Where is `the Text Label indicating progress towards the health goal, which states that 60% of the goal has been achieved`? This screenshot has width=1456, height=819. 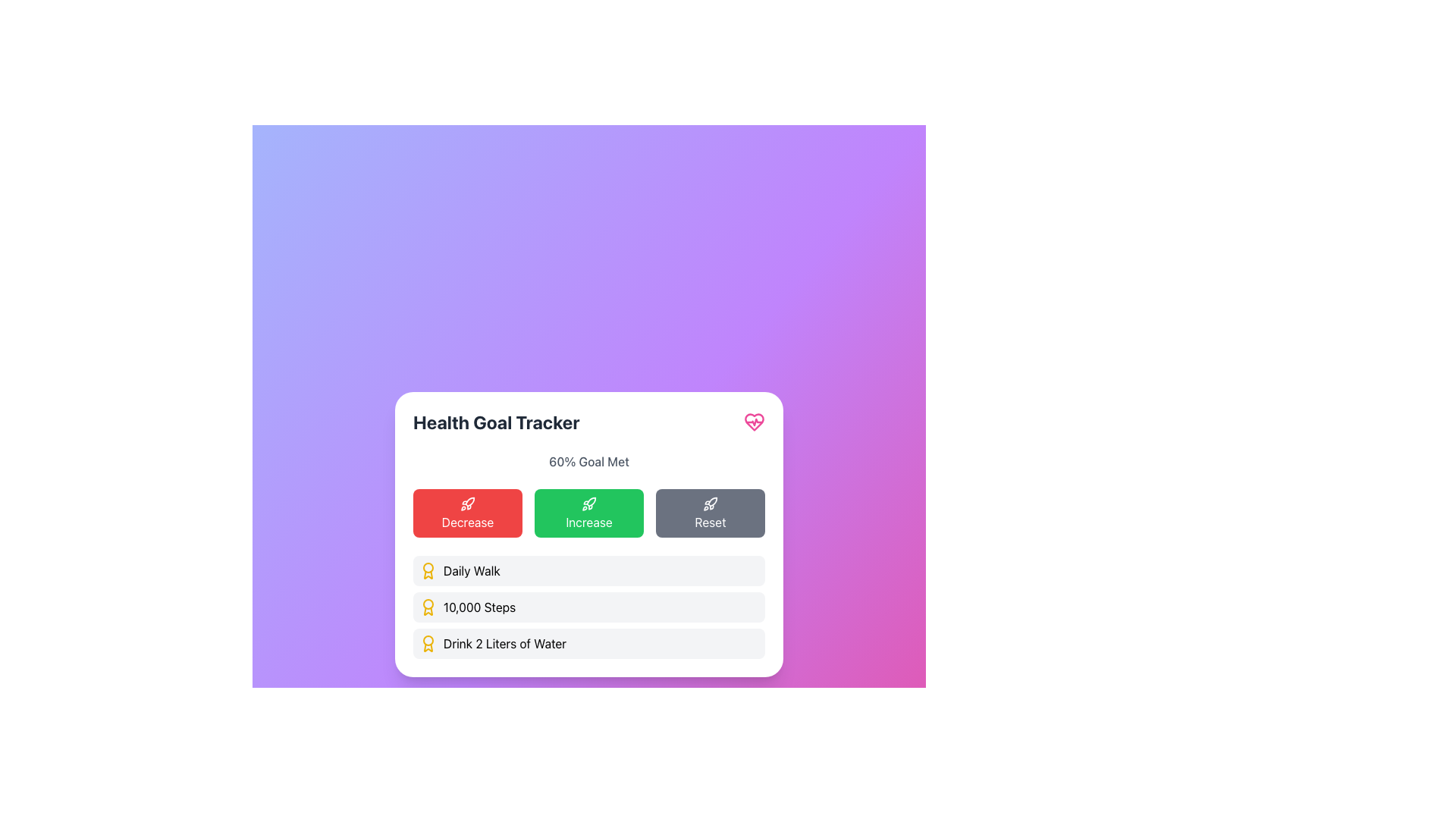
the Text Label indicating progress towards the health goal, which states that 60% of the goal has been achieved is located at coordinates (588, 461).